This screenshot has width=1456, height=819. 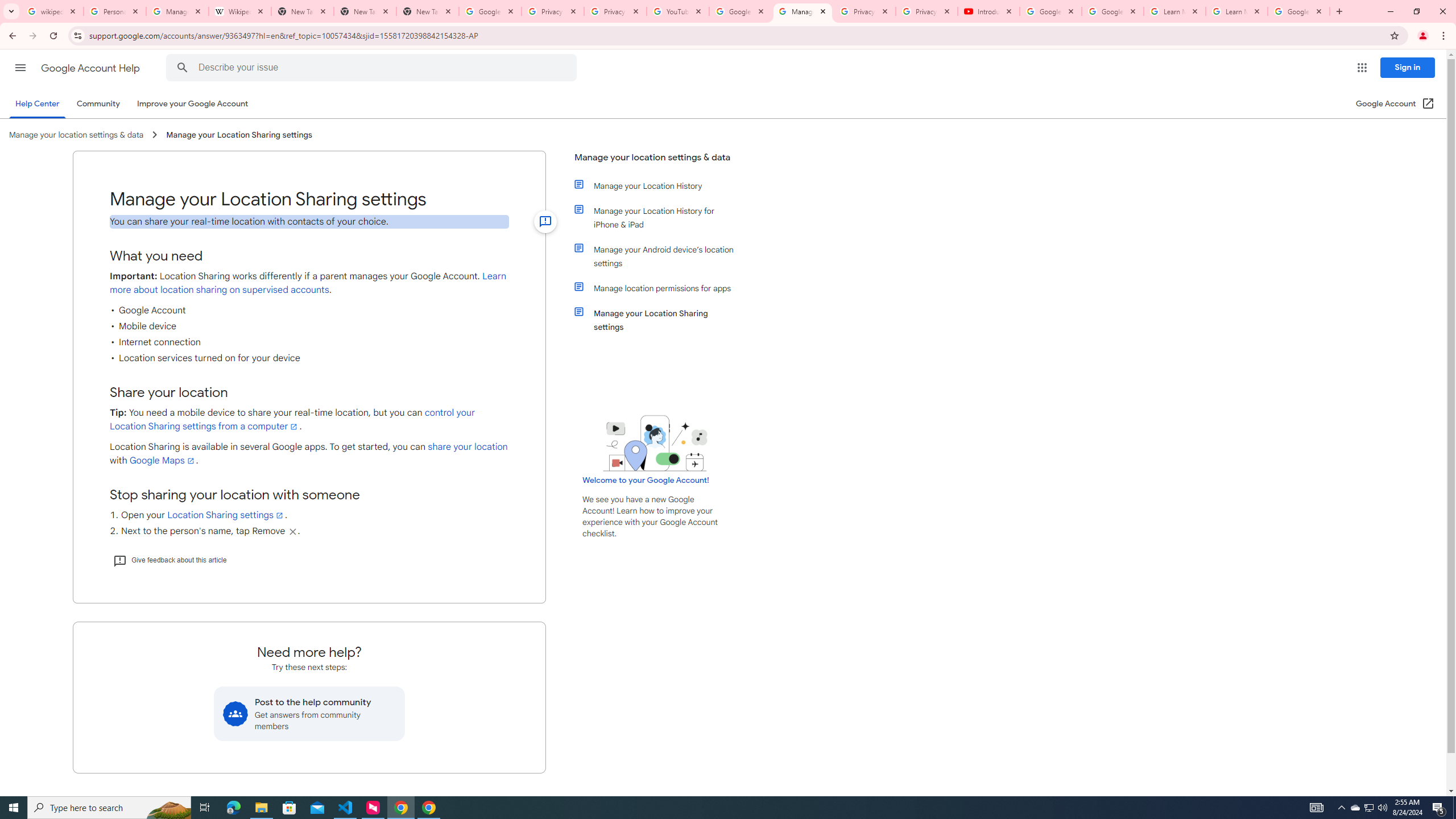 What do you see at coordinates (373, 67) in the screenshot?
I see `'Describe your issue'` at bounding box center [373, 67].